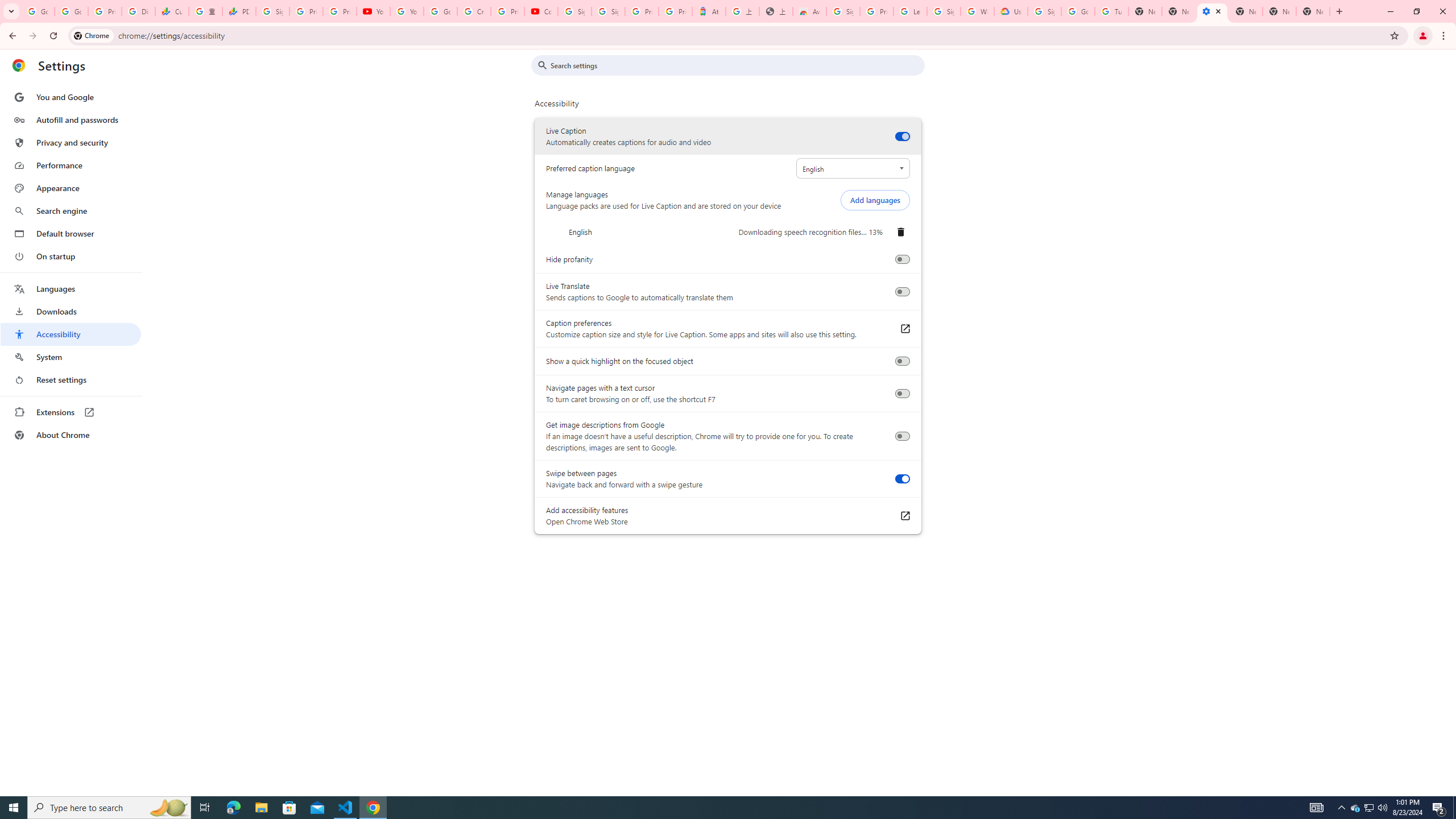 This screenshot has height=819, width=1456. I want to click on 'Remove English', so click(900, 231).